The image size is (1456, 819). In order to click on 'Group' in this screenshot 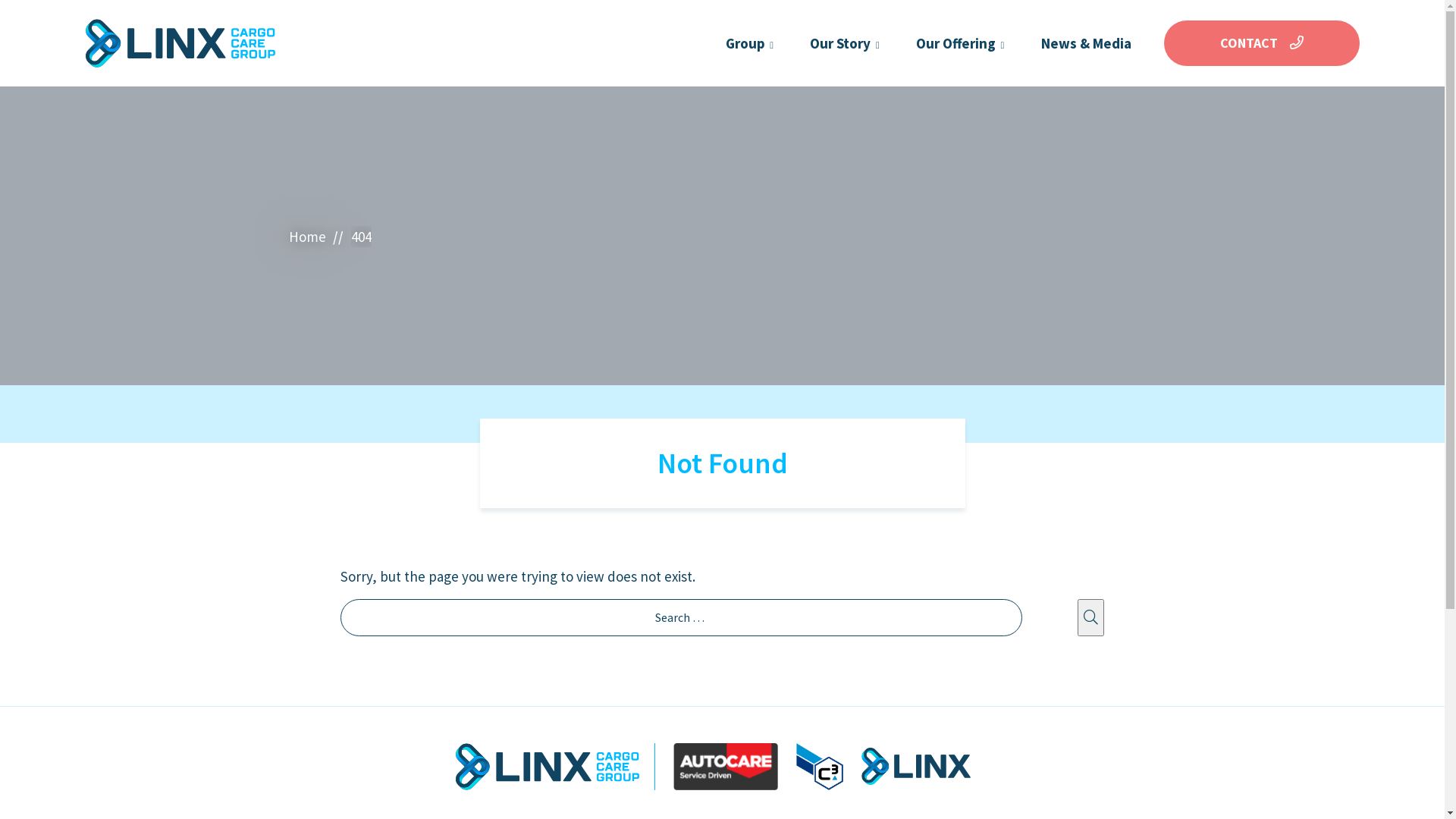, I will do `click(747, 42)`.